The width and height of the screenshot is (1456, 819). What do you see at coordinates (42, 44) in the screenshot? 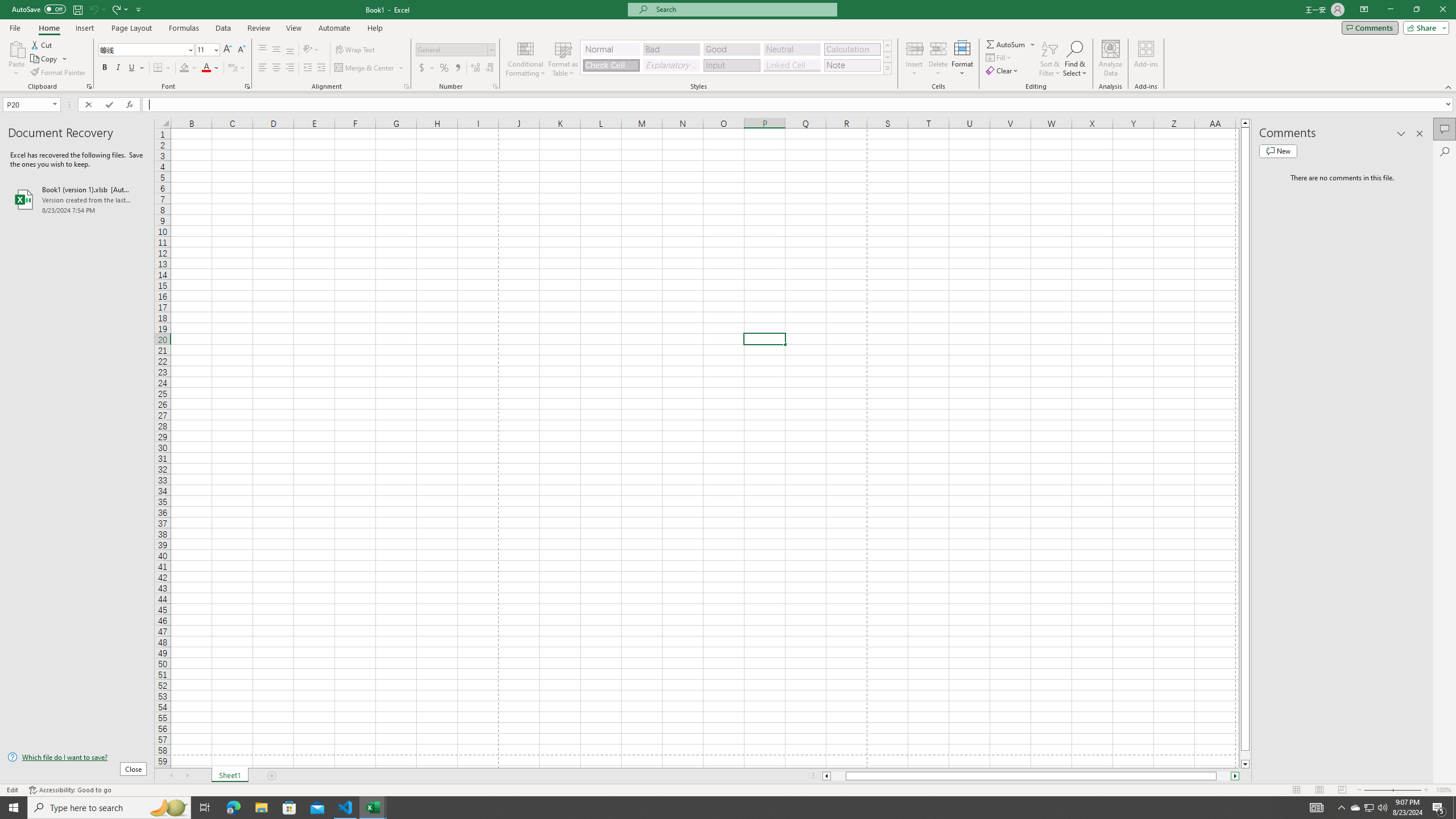
I see `'Cut'` at bounding box center [42, 44].